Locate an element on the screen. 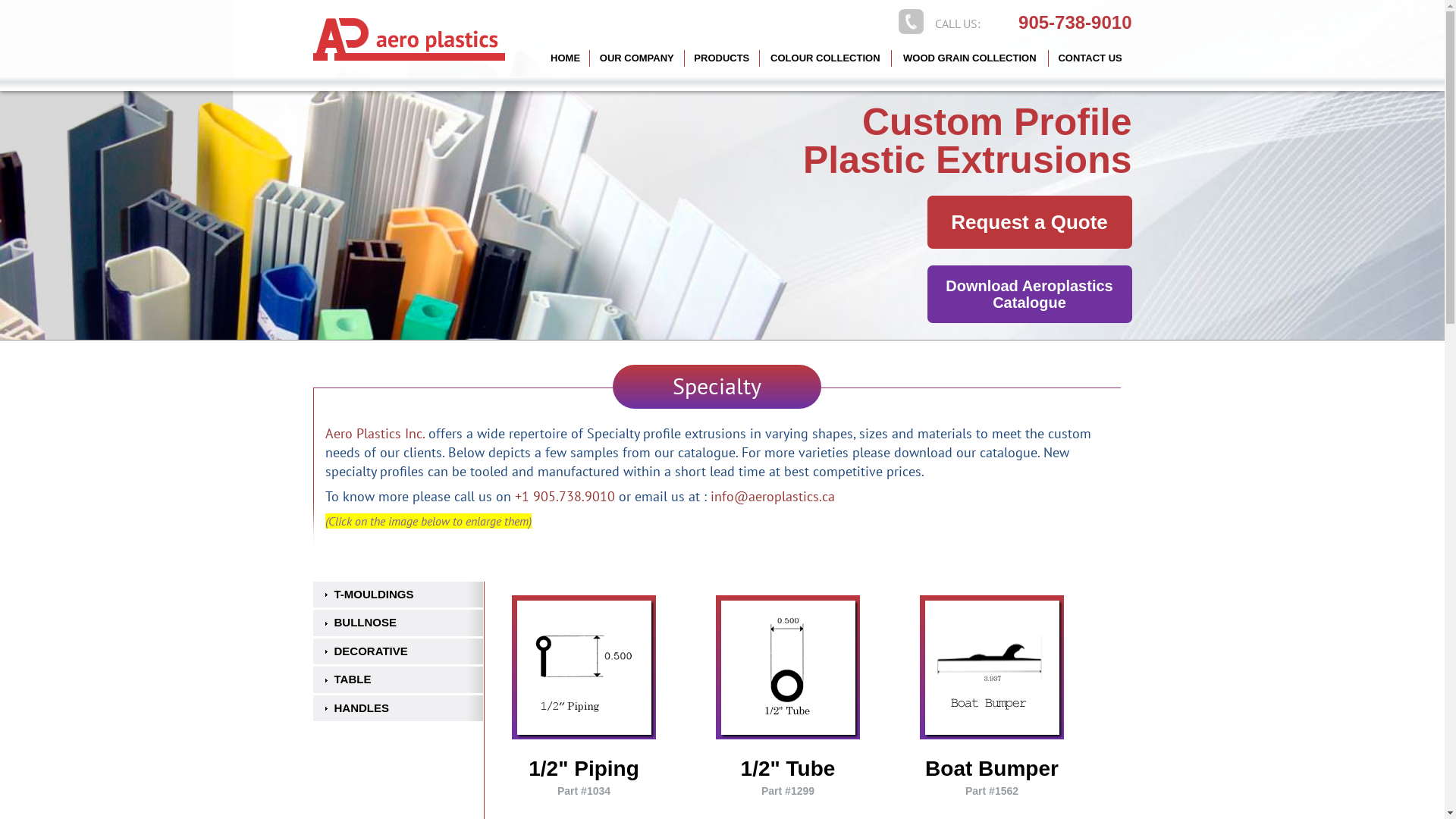  'DECORATIVE' is located at coordinates (397, 651).